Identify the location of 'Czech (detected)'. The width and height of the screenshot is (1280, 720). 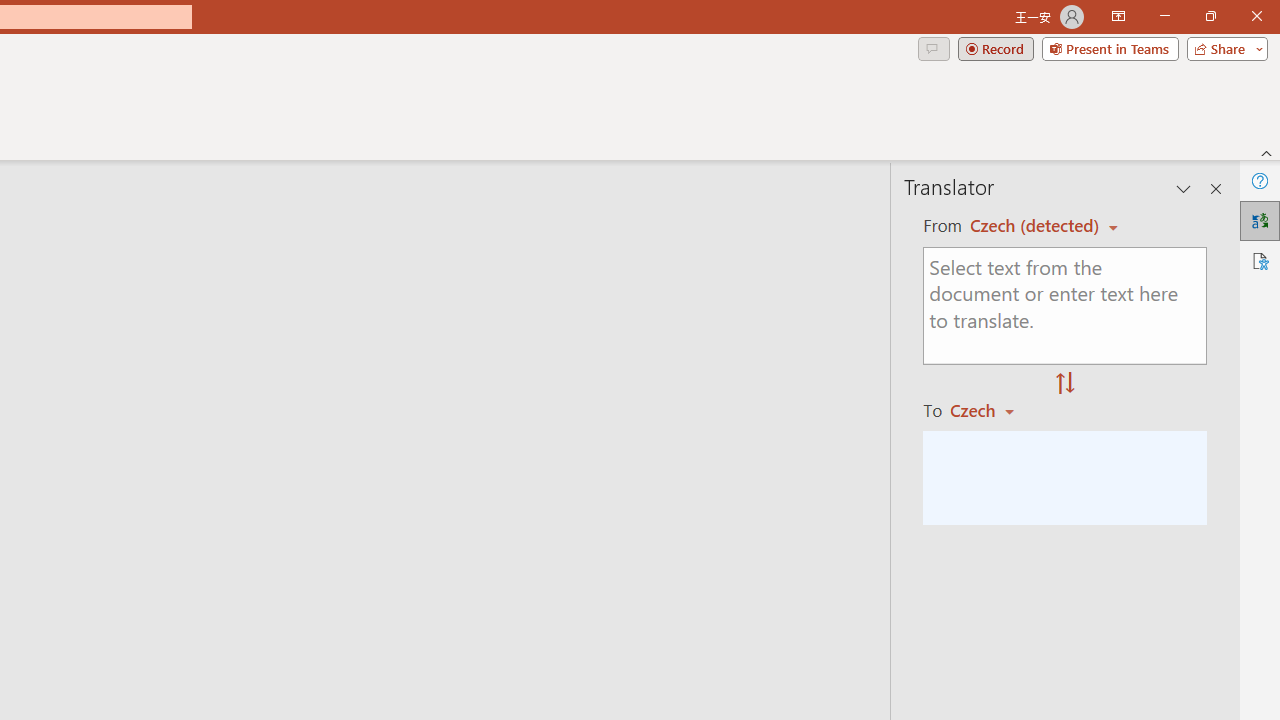
(1037, 225).